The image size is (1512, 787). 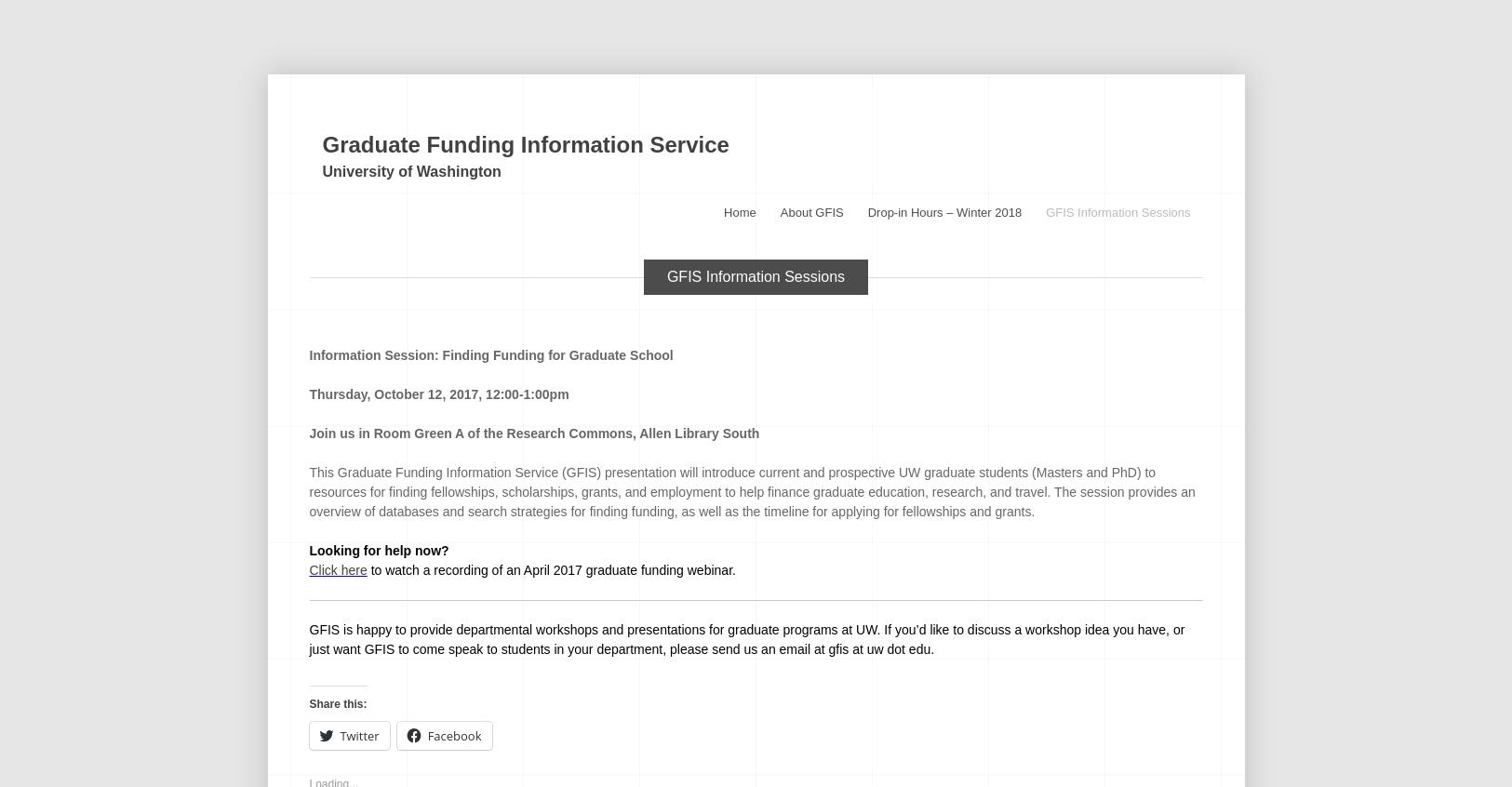 I want to click on 'Click here', so click(x=337, y=569).